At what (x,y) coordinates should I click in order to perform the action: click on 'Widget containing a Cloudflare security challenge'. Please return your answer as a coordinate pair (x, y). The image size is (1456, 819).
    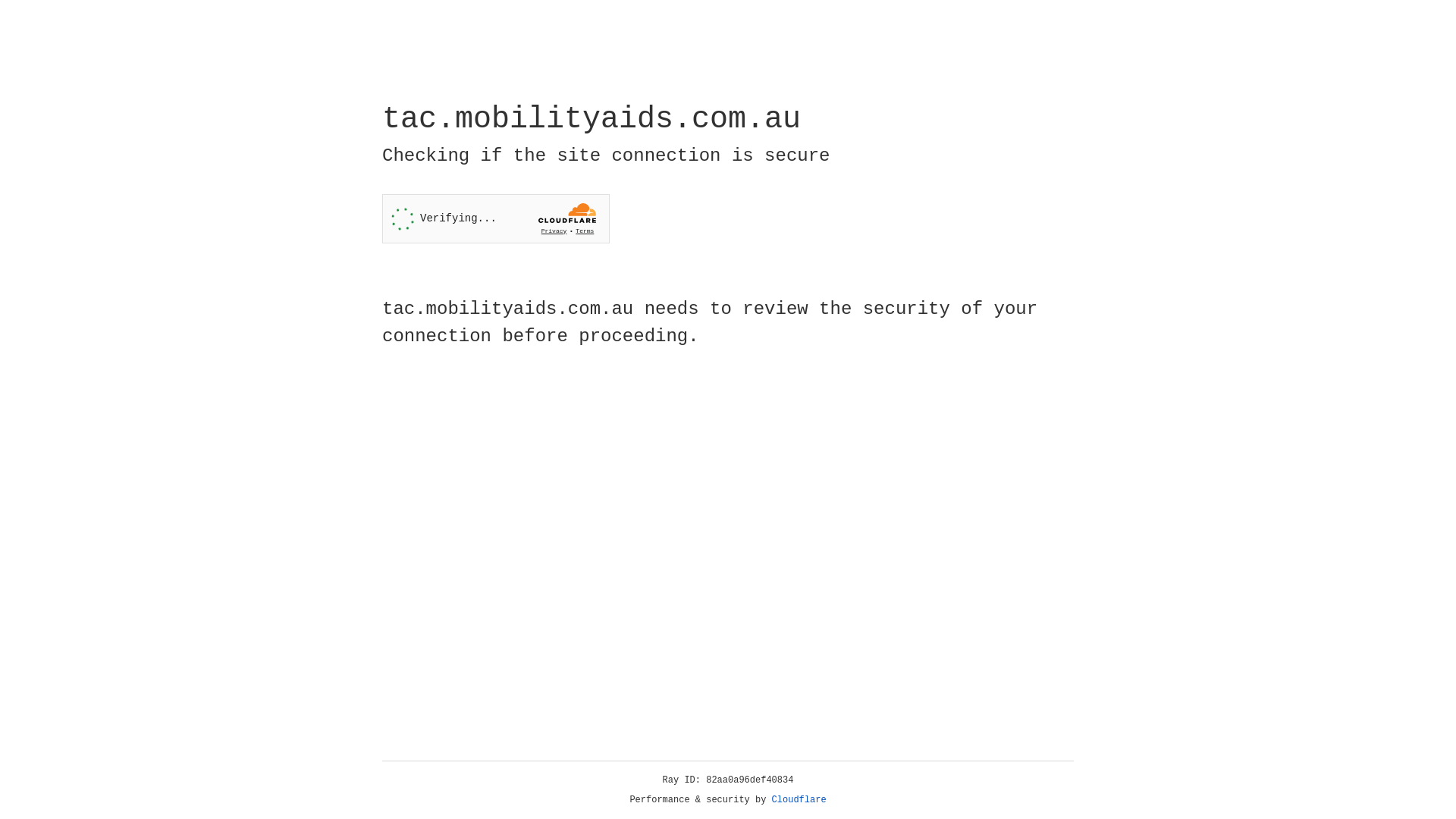
    Looking at the image, I should click on (495, 218).